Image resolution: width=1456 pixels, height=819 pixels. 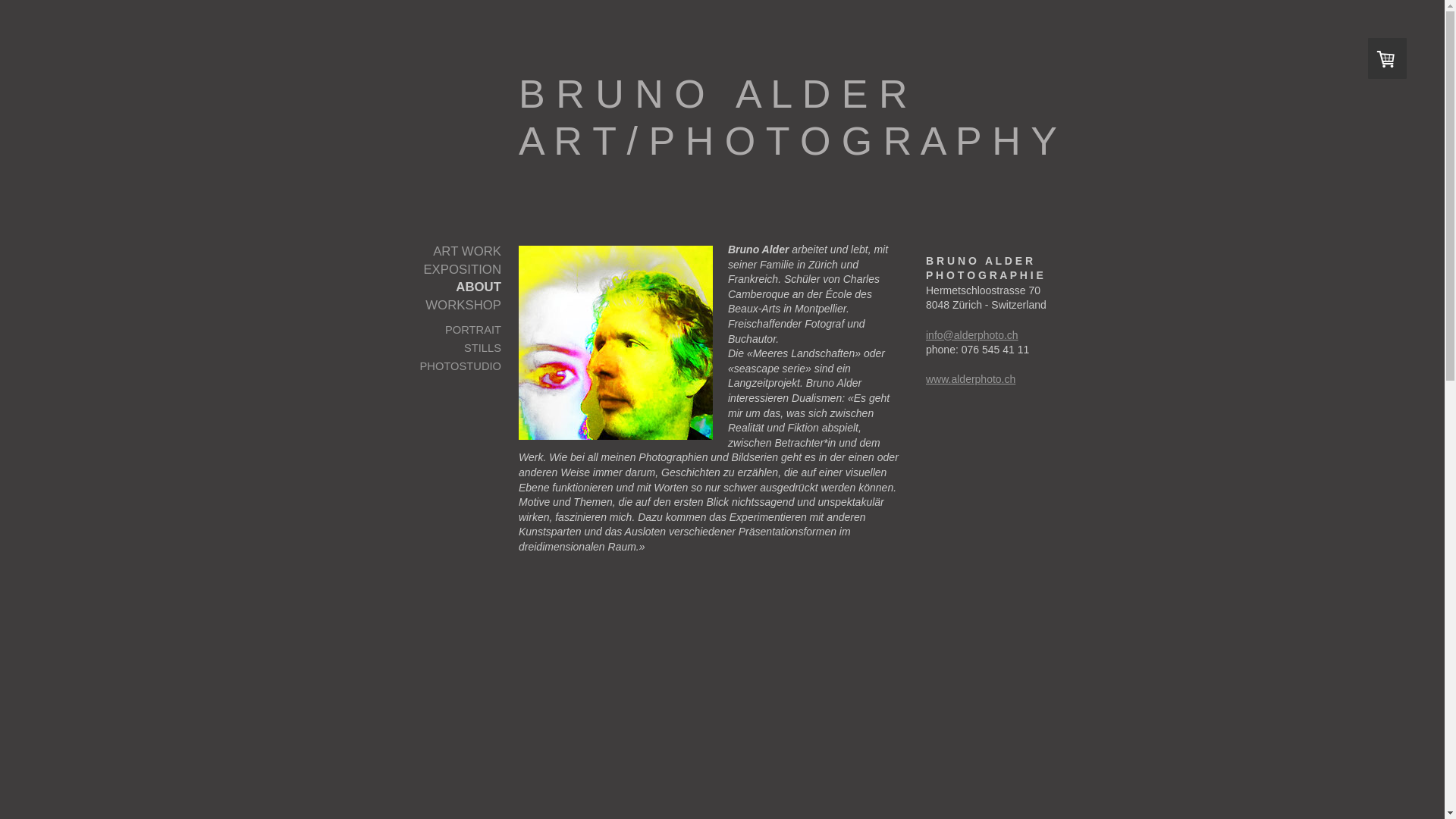 I want to click on 'WORKSHOP', so click(x=369, y=305).